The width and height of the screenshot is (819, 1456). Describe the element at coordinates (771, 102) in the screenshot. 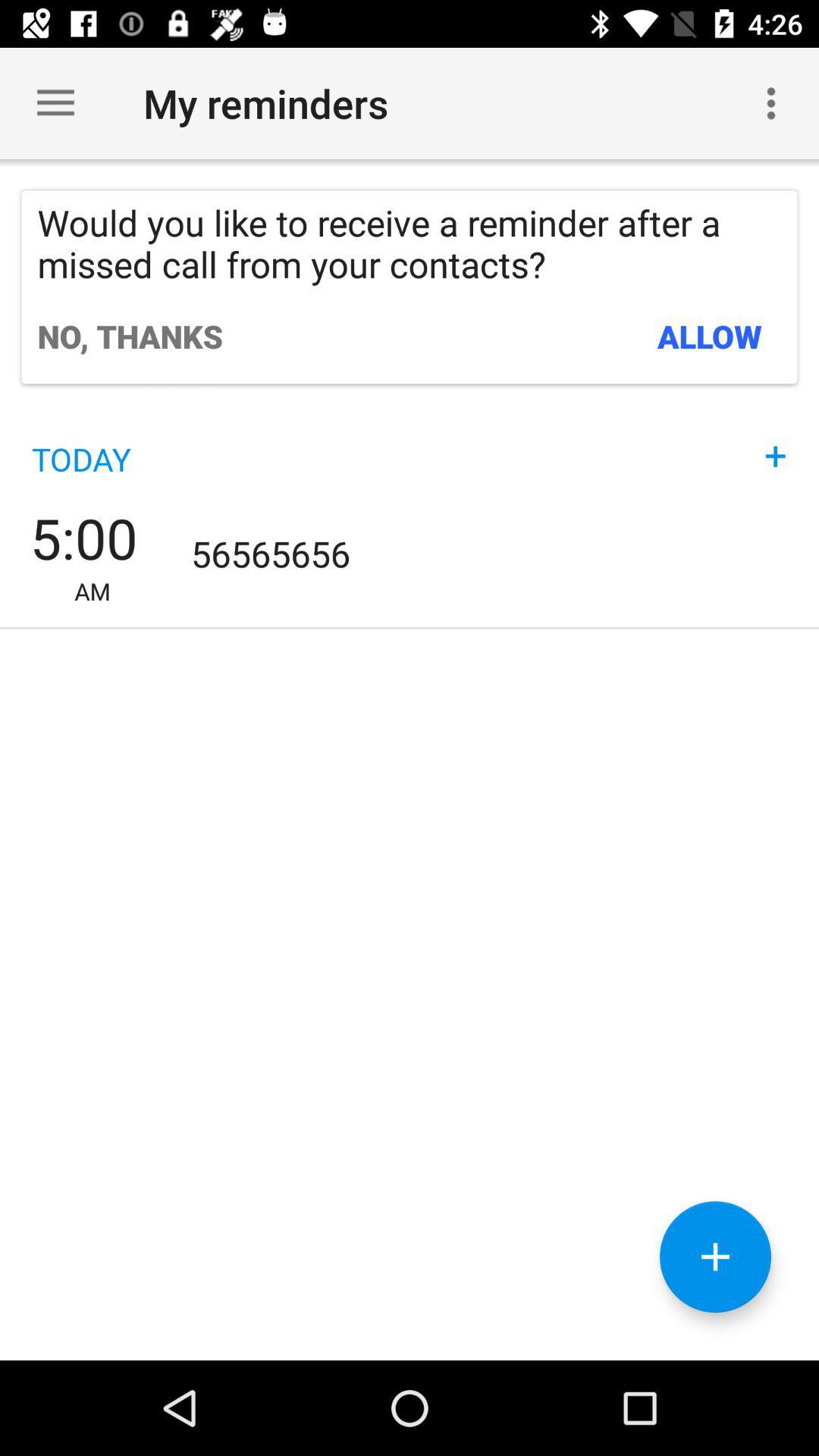

I see `item to the right of the my reminders icon` at that location.